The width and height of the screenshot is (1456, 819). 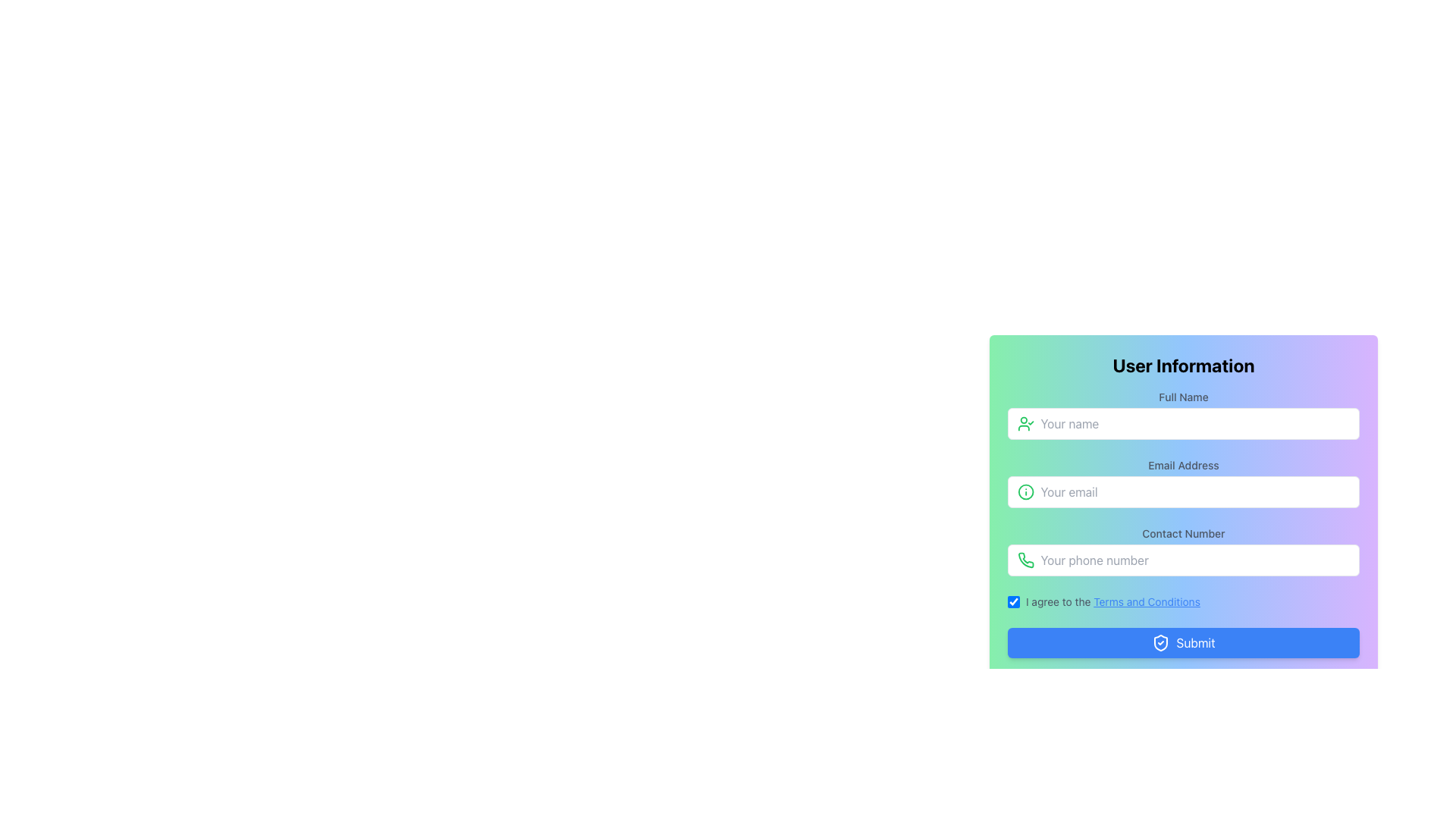 What do you see at coordinates (1147, 601) in the screenshot?
I see `the hyperlink located after the checkbox with the text 'I agree to the'` at bounding box center [1147, 601].